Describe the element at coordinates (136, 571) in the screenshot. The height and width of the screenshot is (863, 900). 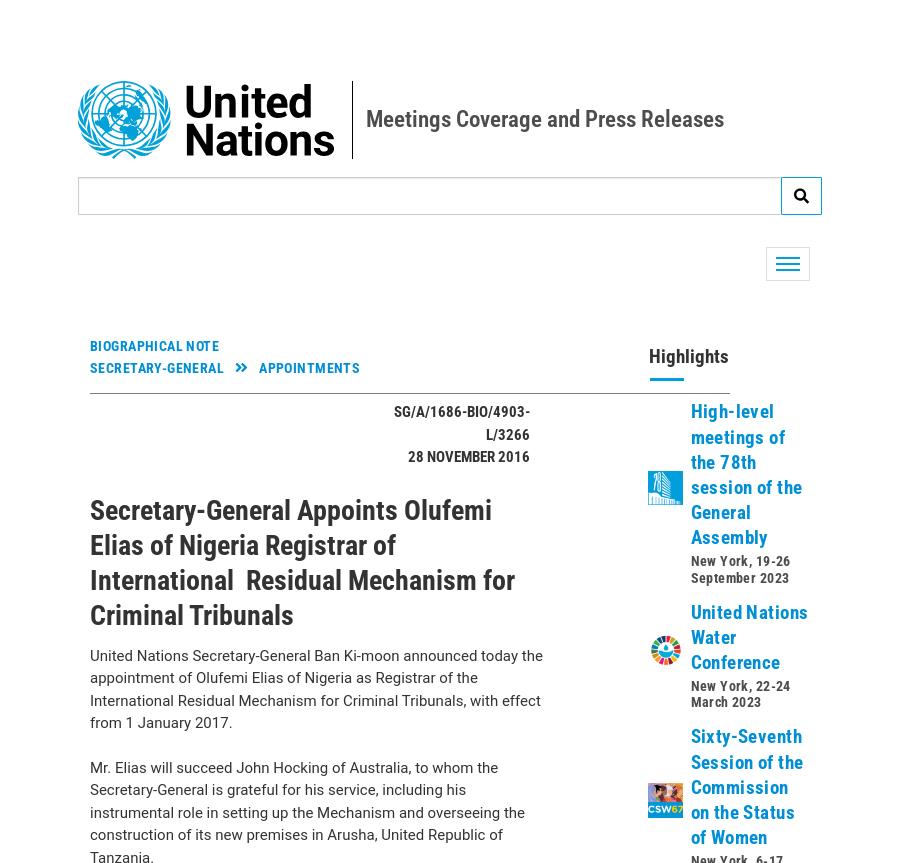
I see `'Journal'` at that location.